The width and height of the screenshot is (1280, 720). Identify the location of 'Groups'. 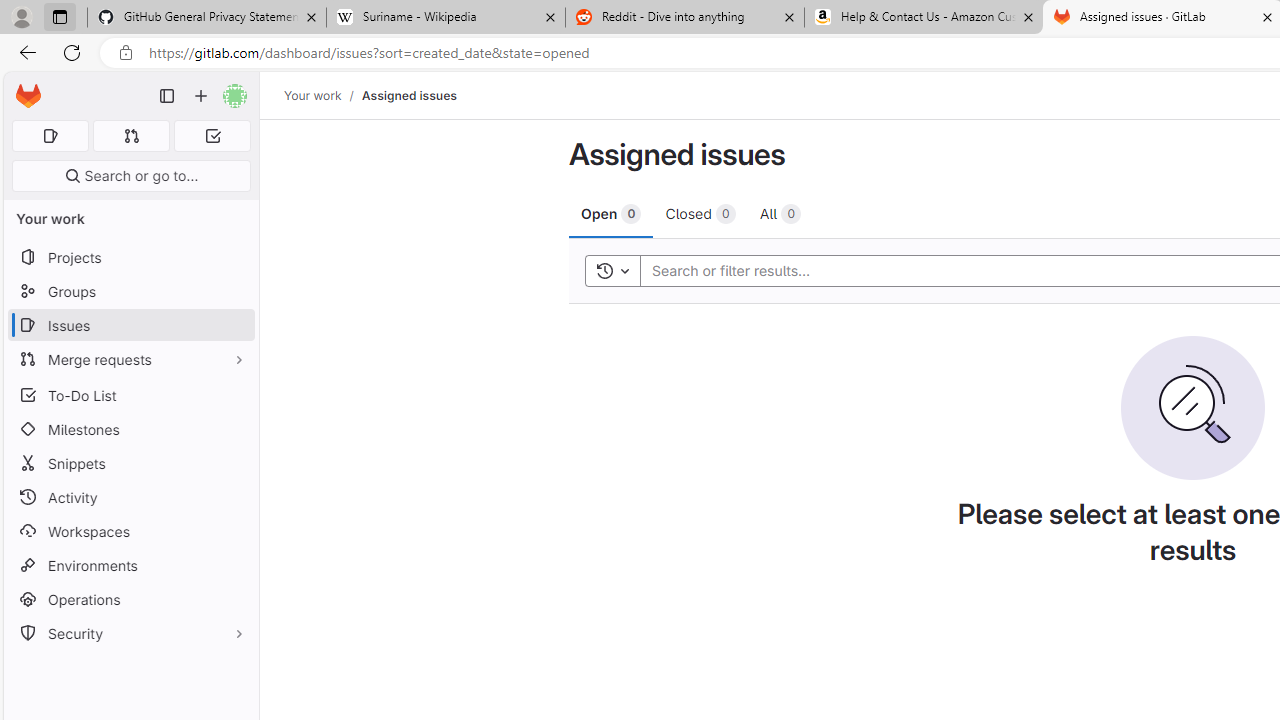
(130, 291).